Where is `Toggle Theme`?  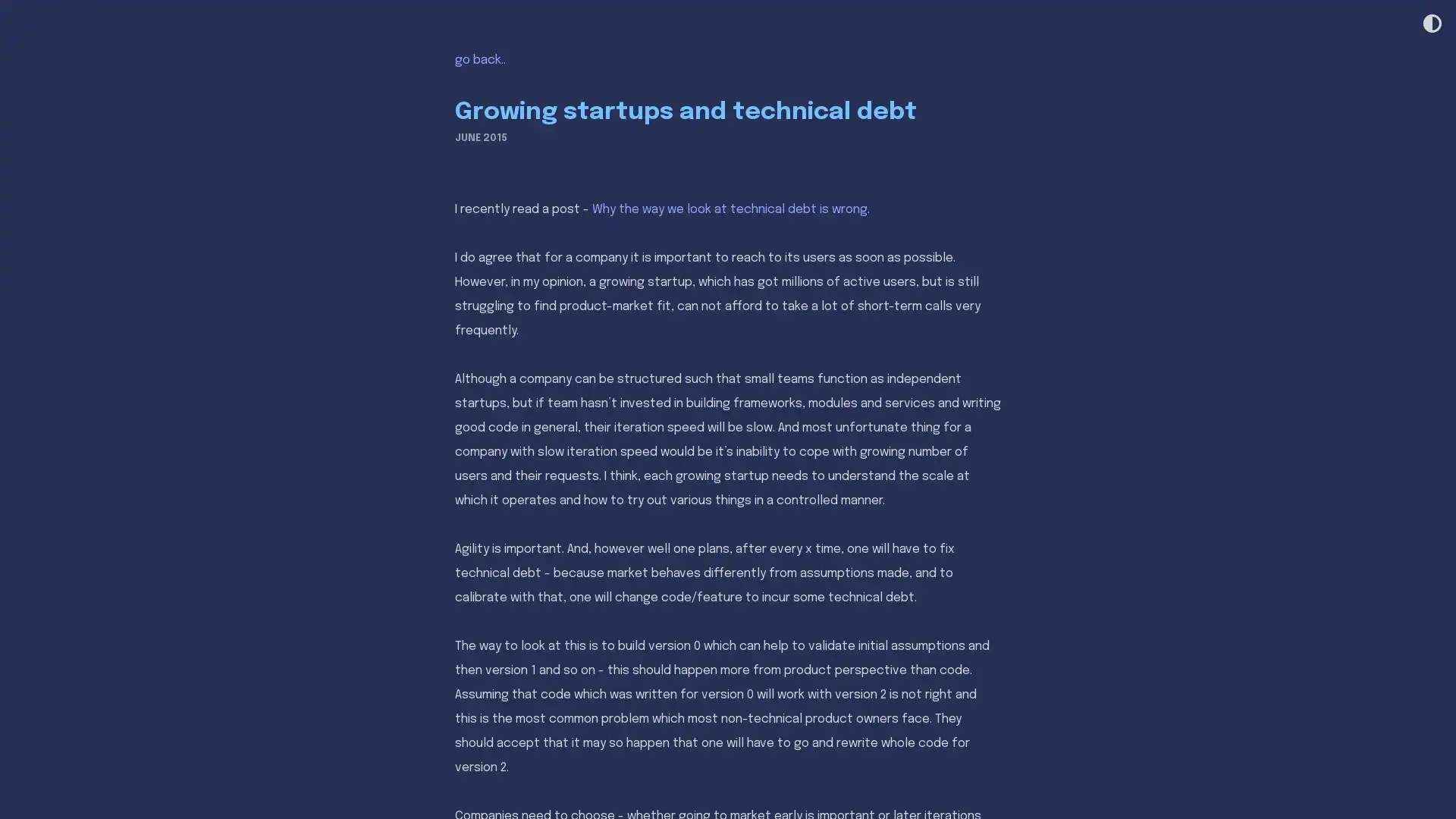 Toggle Theme is located at coordinates (1430, 24).